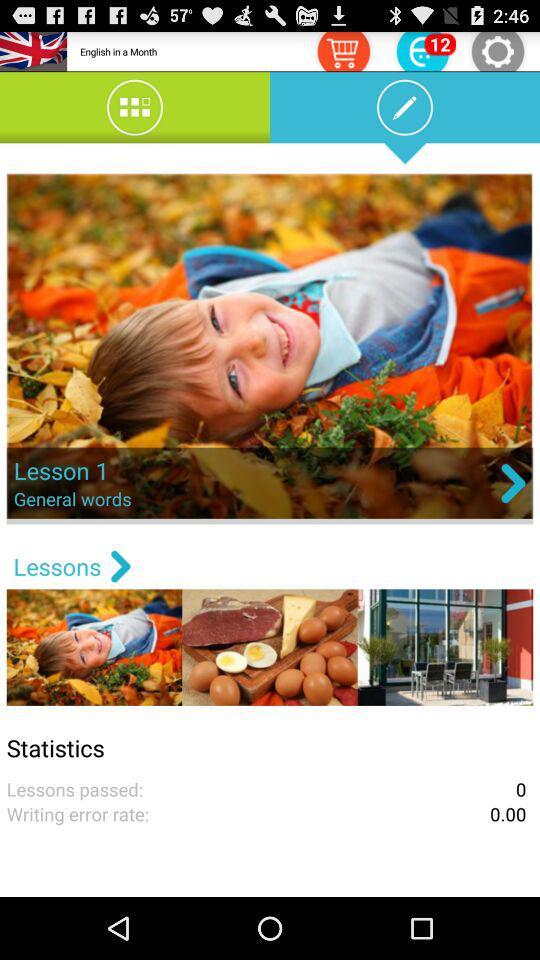 This screenshot has width=540, height=960. Describe the element at coordinates (342, 53) in the screenshot. I see `the cart icon` at that location.